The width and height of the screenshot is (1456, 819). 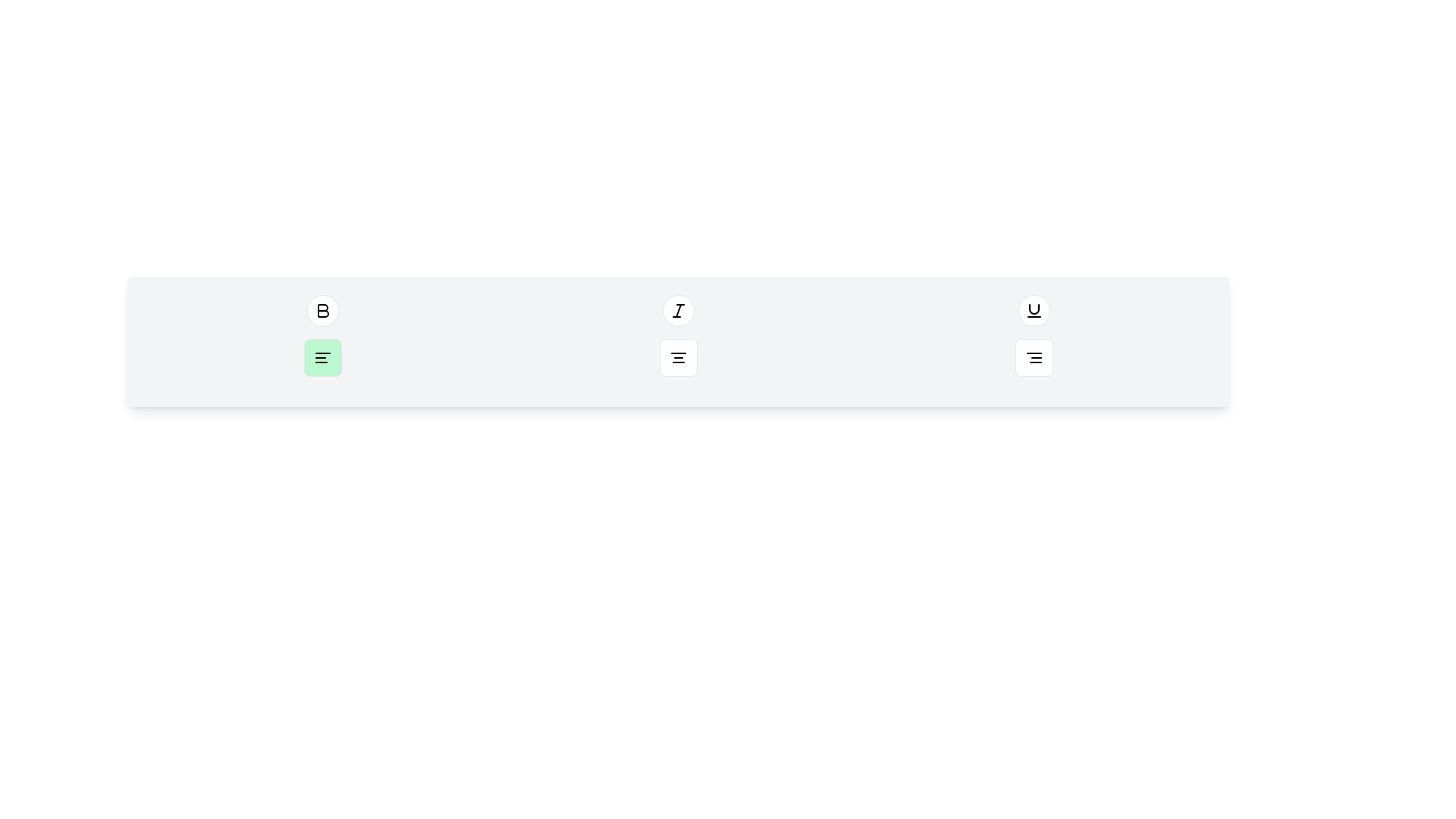 I want to click on the bold 'B' icon located at the center of its circular button in the formatting option icons toolbar for accessibility navigation, so click(x=322, y=309).